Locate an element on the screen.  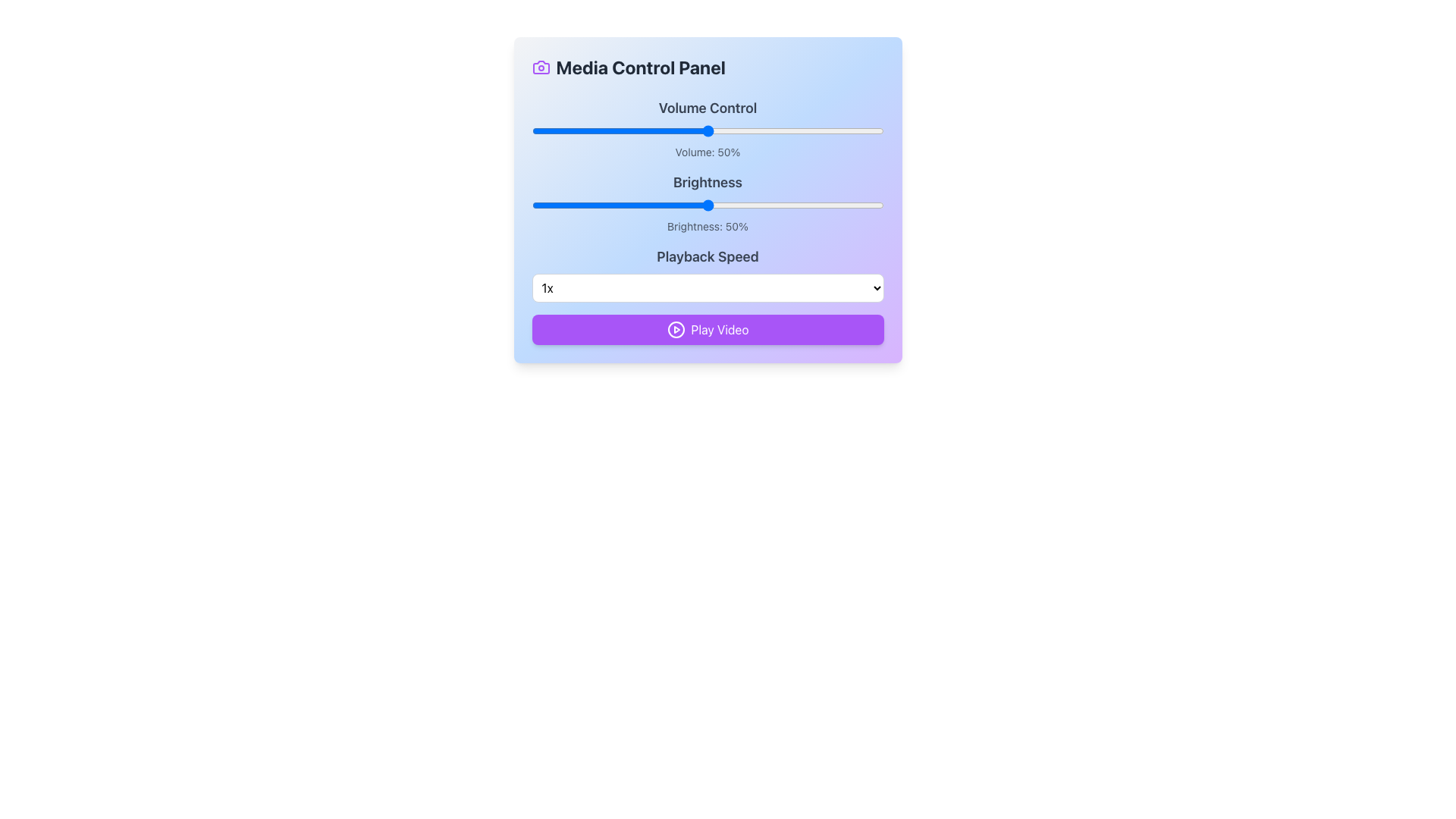
the brightness level is located at coordinates (827, 205).